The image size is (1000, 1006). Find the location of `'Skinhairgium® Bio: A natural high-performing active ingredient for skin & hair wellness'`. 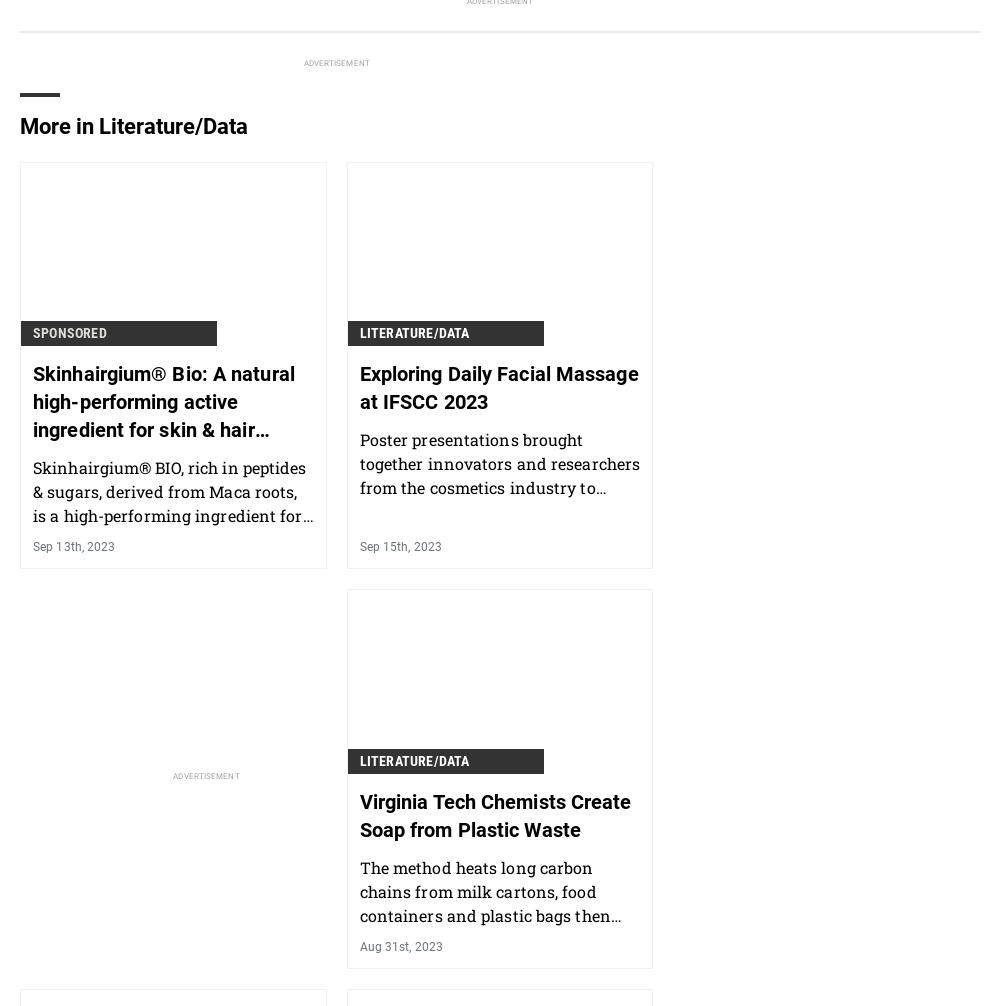

'Skinhairgium® Bio: A natural high-performing active ingredient for skin & hair wellness' is located at coordinates (163, 414).